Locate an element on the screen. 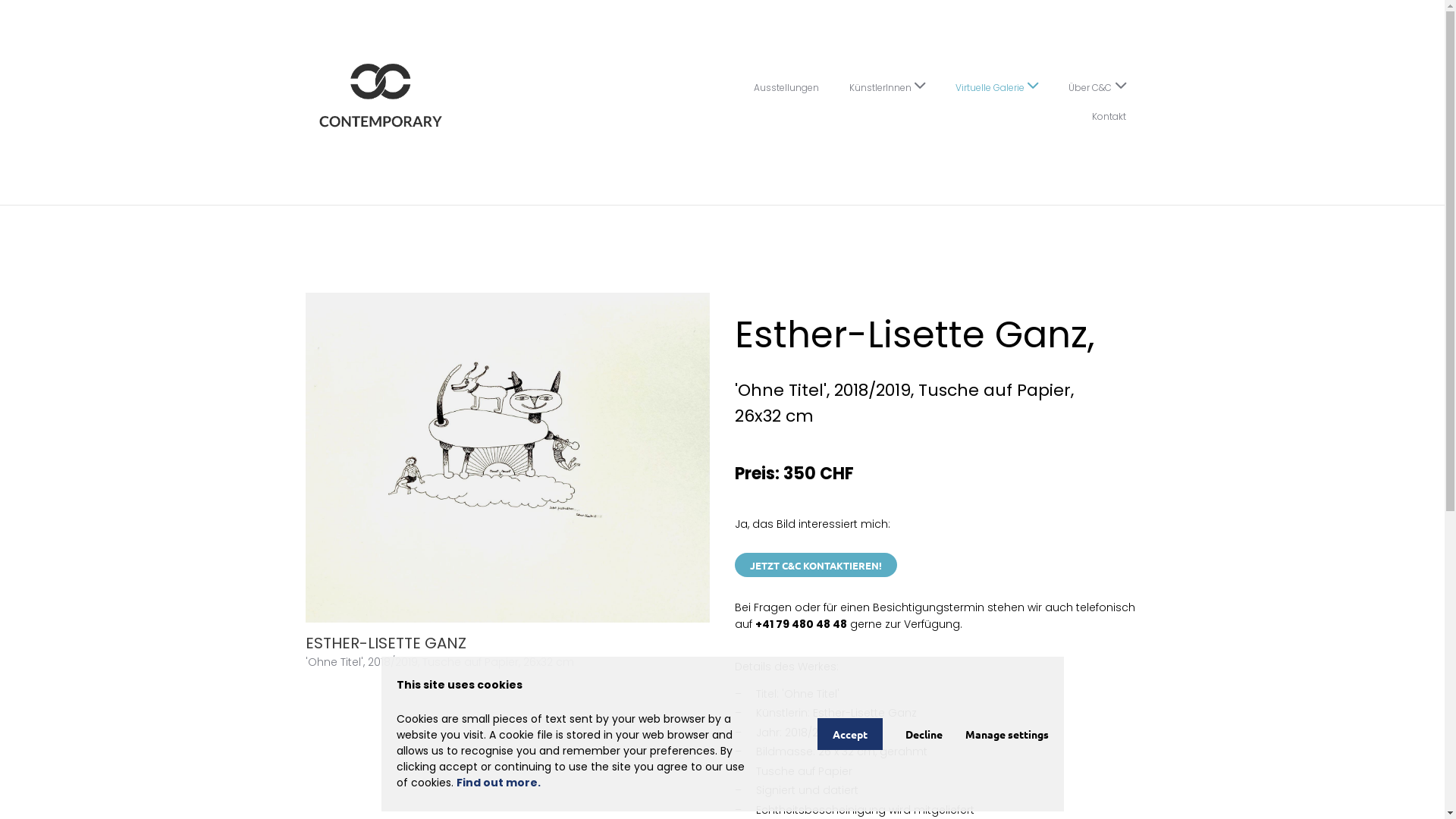 This screenshot has width=1456, height=819. 'Manage settings' is located at coordinates (964, 733).